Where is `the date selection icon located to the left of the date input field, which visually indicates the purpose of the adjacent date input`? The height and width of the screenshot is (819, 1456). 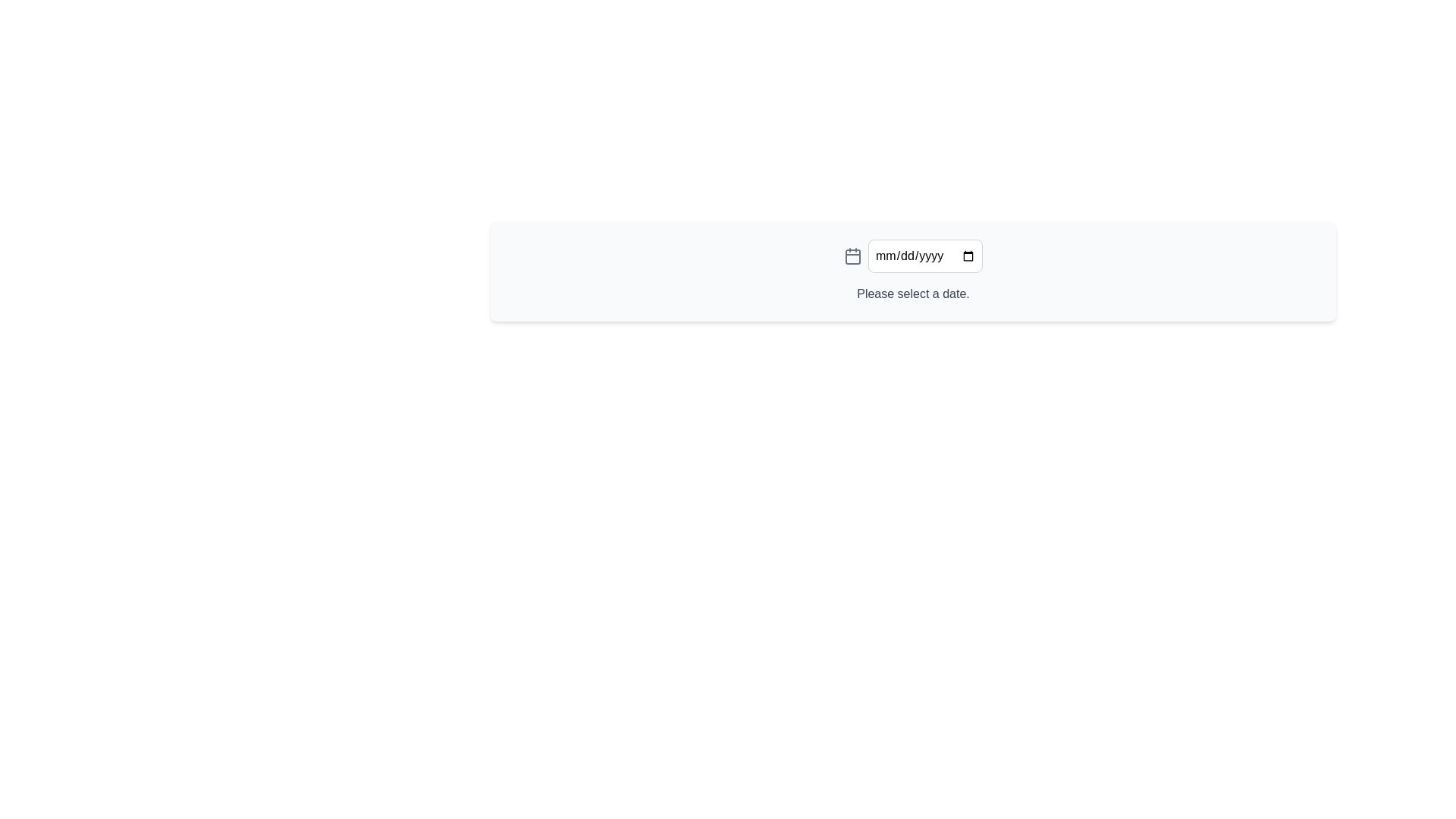
the date selection icon located to the left of the date input field, which visually indicates the purpose of the adjacent date input is located at coordinates (852, 256).